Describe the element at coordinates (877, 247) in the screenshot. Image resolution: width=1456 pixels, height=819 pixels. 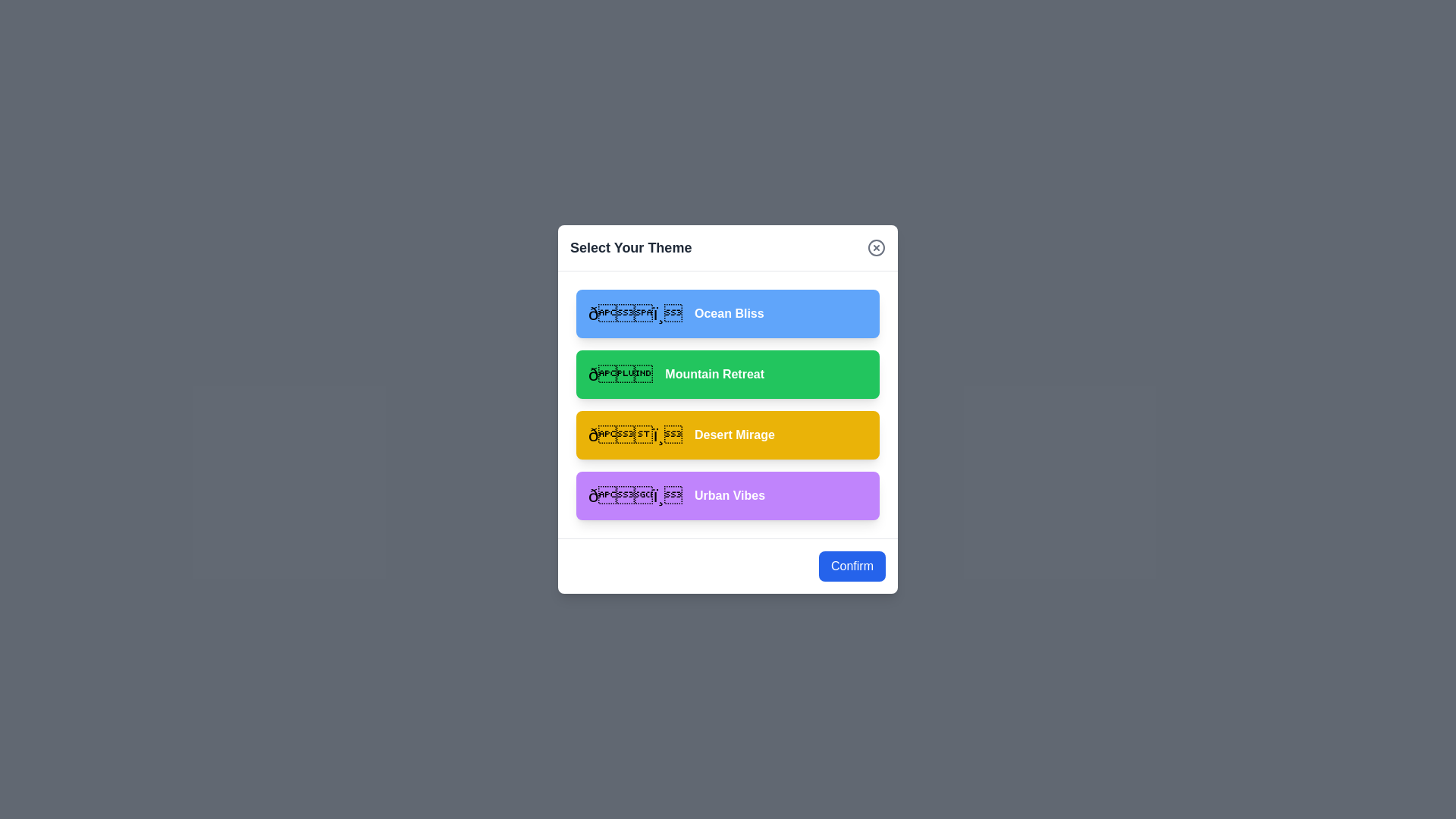
I see `the close button to close the dialog` at that location.